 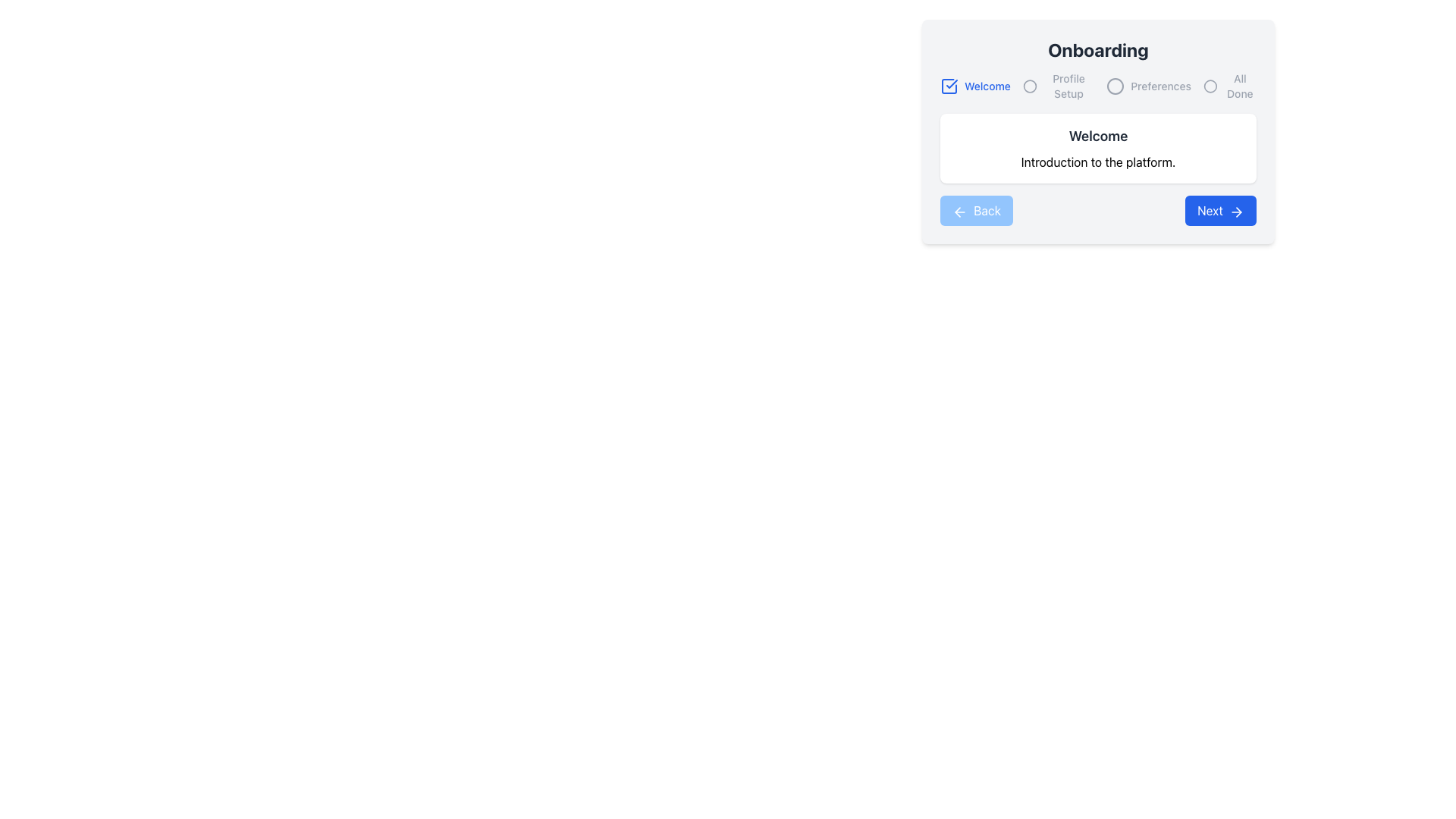 What do you see at coordinates (951, 84) in the screenshot?
I see `the checkmark icon in the middle-right section of the interface, which indicates completion or selection status` at bounding box center [951, 84].